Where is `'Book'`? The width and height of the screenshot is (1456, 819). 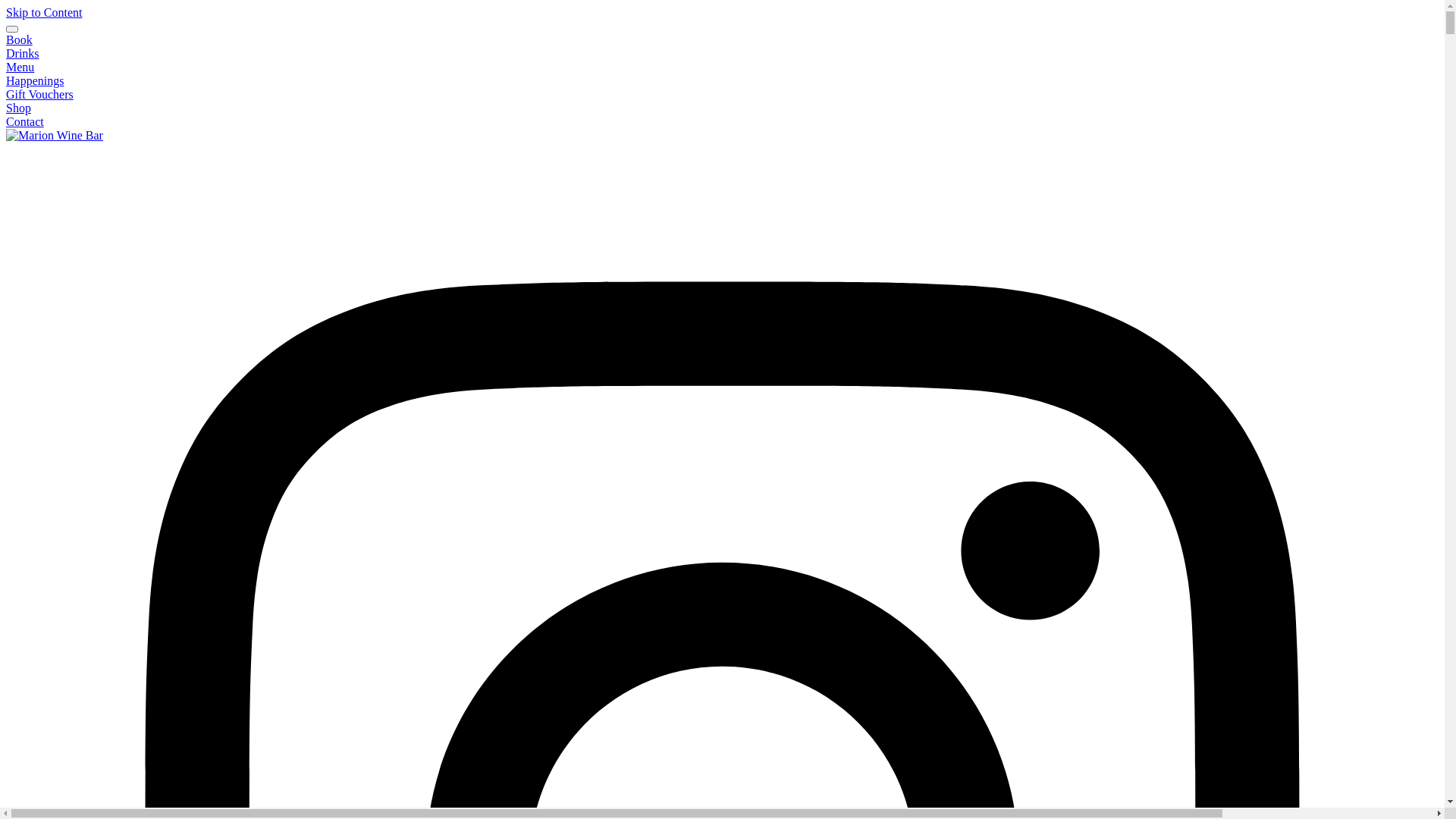 'Book' is located at coordinates (19, 39).